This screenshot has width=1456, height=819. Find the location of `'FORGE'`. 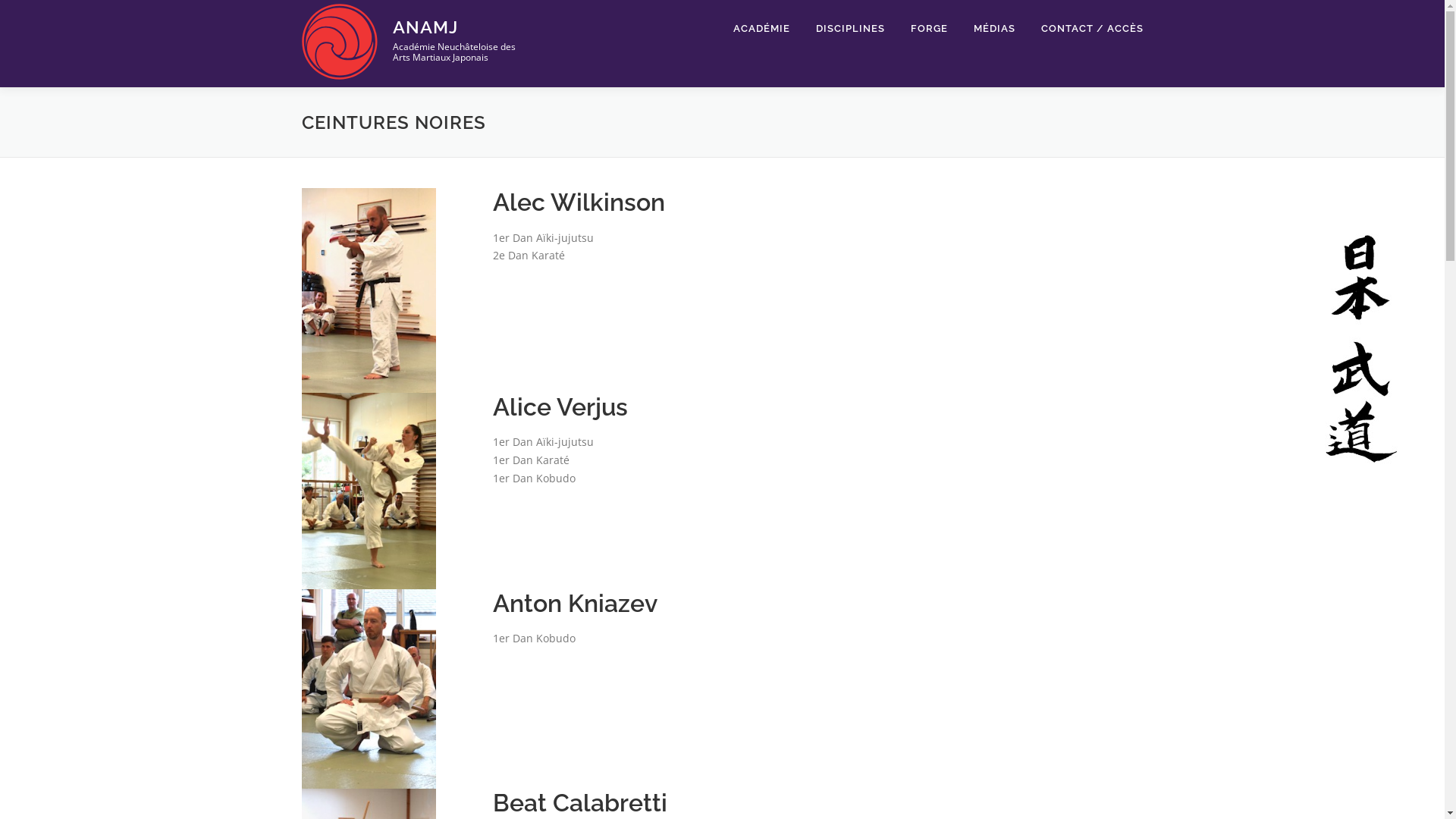

'FORGE' is located at coordinates (928, 28).